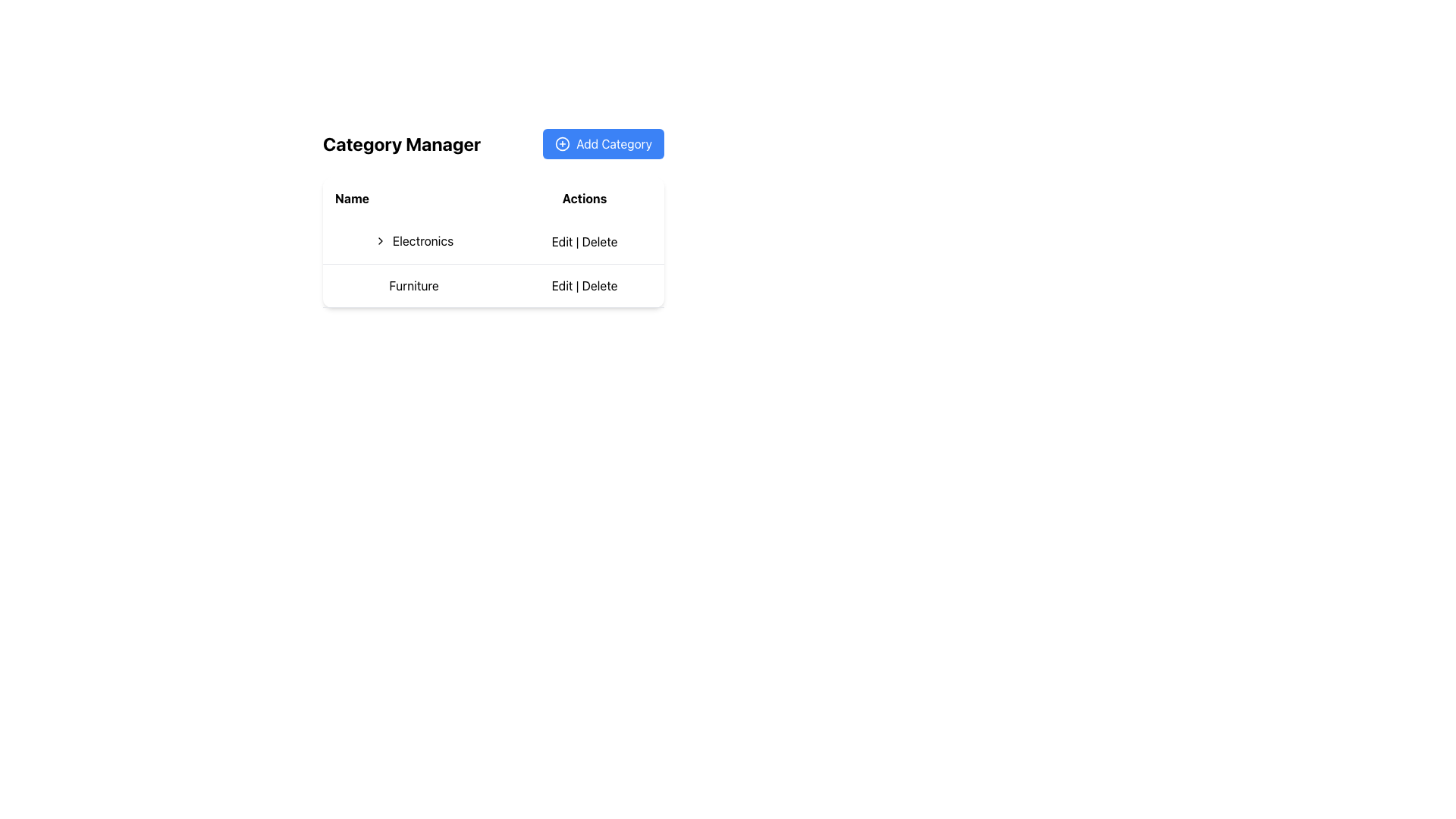  What do you see at coordinates (562, 143) in the screenshot?
I see `the circular '+' icon located to the left of the 'Add Category' button to observe the hover effects` at bounding box center [562, 143].